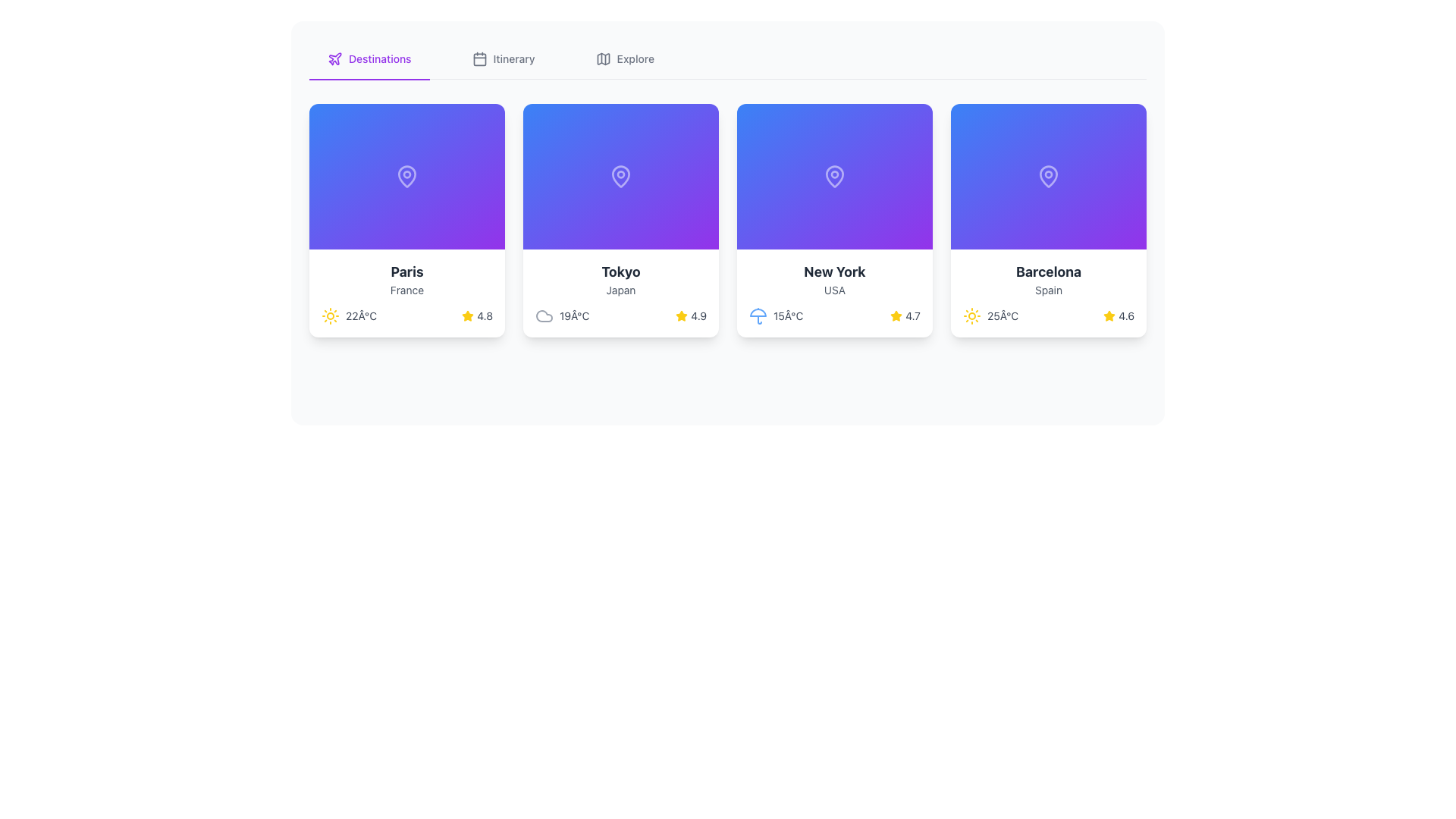  Describe the element at coordinates (1003, 315) in the screenshot. I see `the text label displaying the current temperature for Barcelona, located at the bottom-left corner of the Barcelona card, next to a sun icon` at that location.